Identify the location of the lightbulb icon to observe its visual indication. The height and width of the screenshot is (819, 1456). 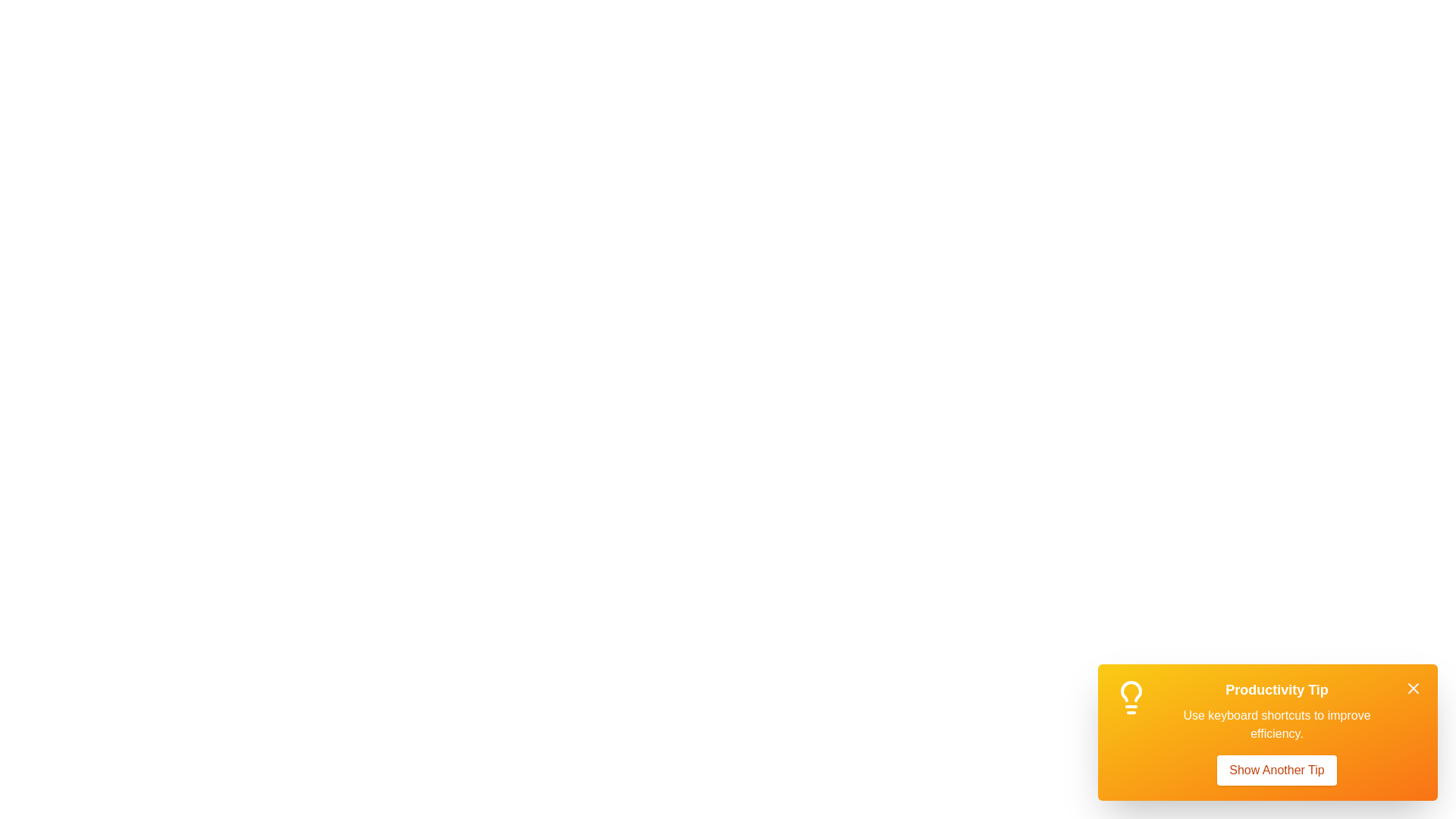
(1131, 698).